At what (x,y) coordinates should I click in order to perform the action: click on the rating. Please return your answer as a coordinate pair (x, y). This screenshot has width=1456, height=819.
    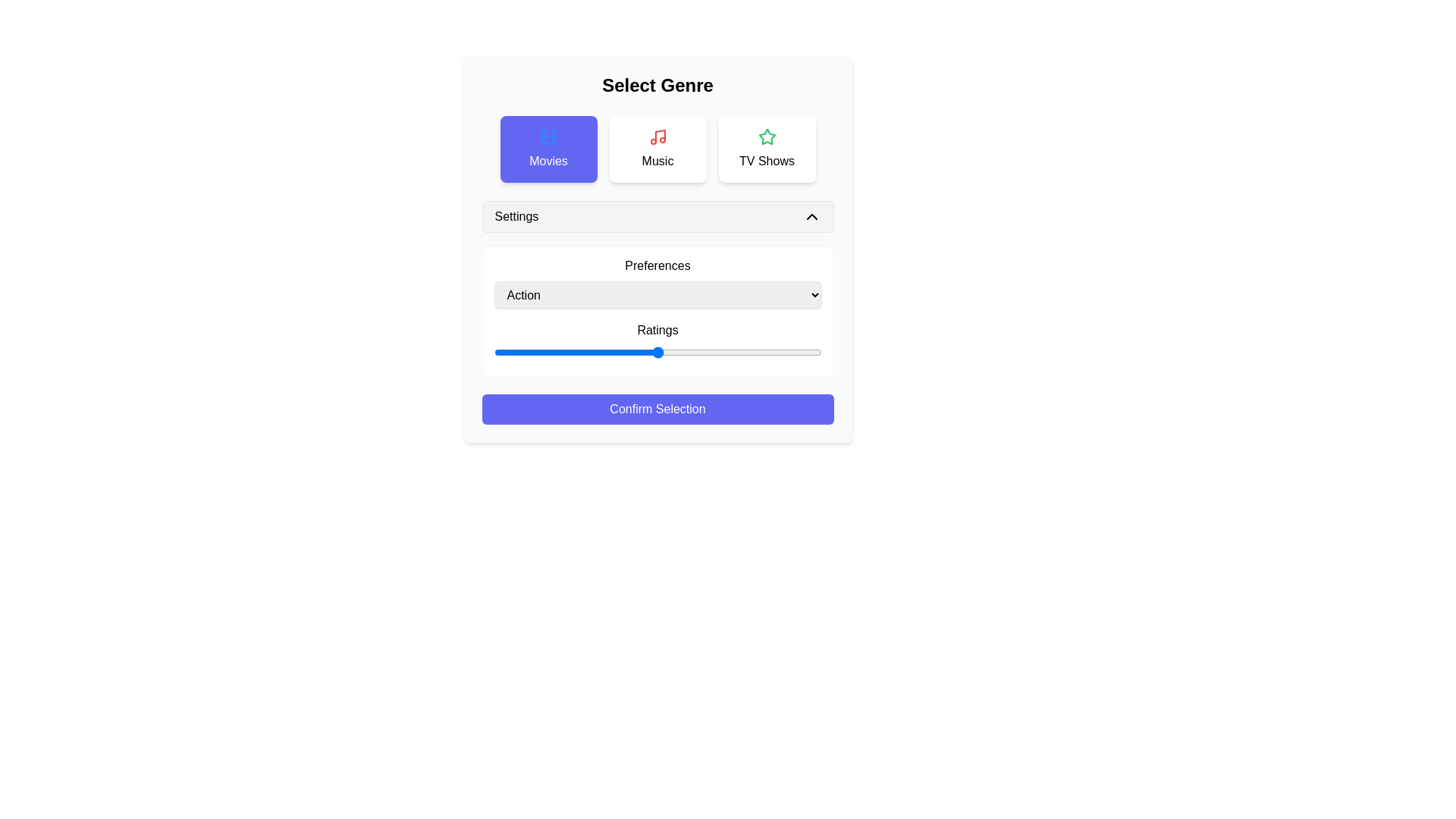
    Looking at the image, I should click on (575, 353).